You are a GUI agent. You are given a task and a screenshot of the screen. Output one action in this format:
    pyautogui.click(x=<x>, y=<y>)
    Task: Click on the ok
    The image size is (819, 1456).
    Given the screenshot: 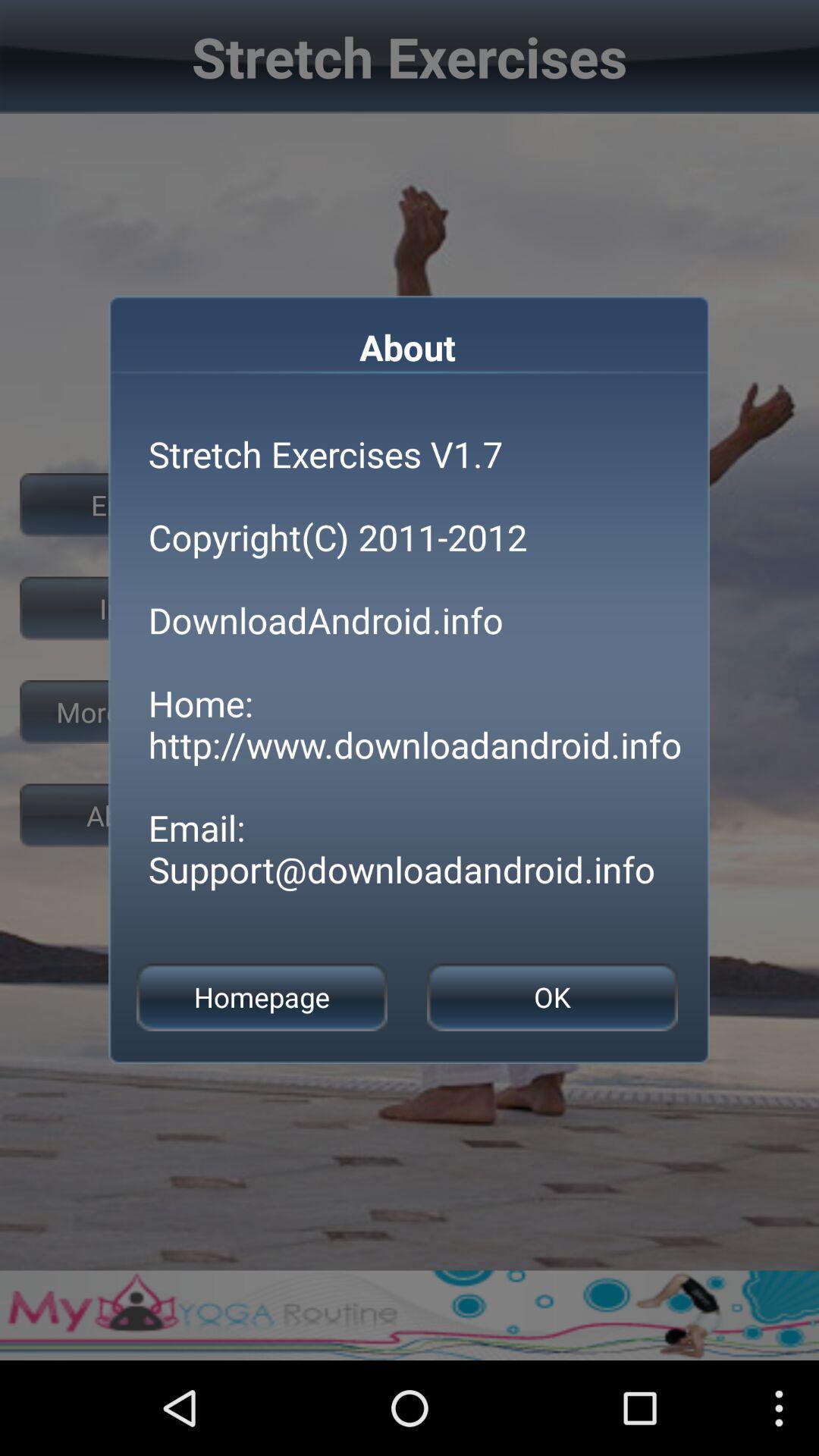 What is the action you would take?
    pyautogui.click(x=552, y=997)
    